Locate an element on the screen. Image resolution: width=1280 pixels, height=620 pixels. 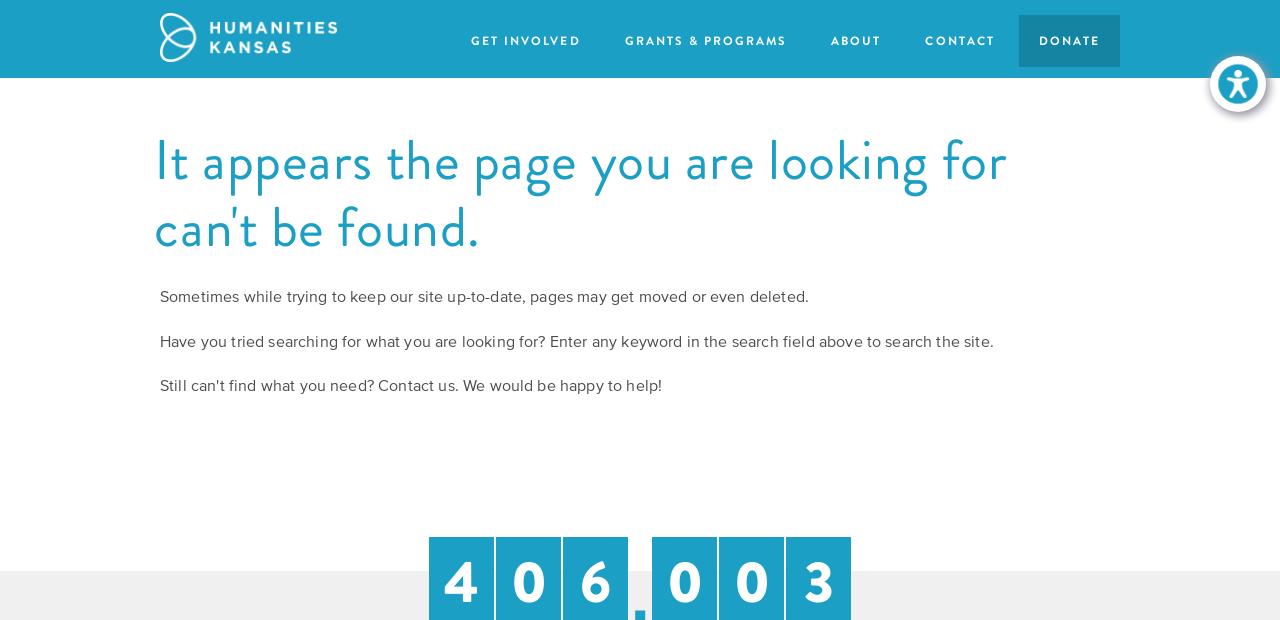
'Contact us' is located at coordinates (415, 384).